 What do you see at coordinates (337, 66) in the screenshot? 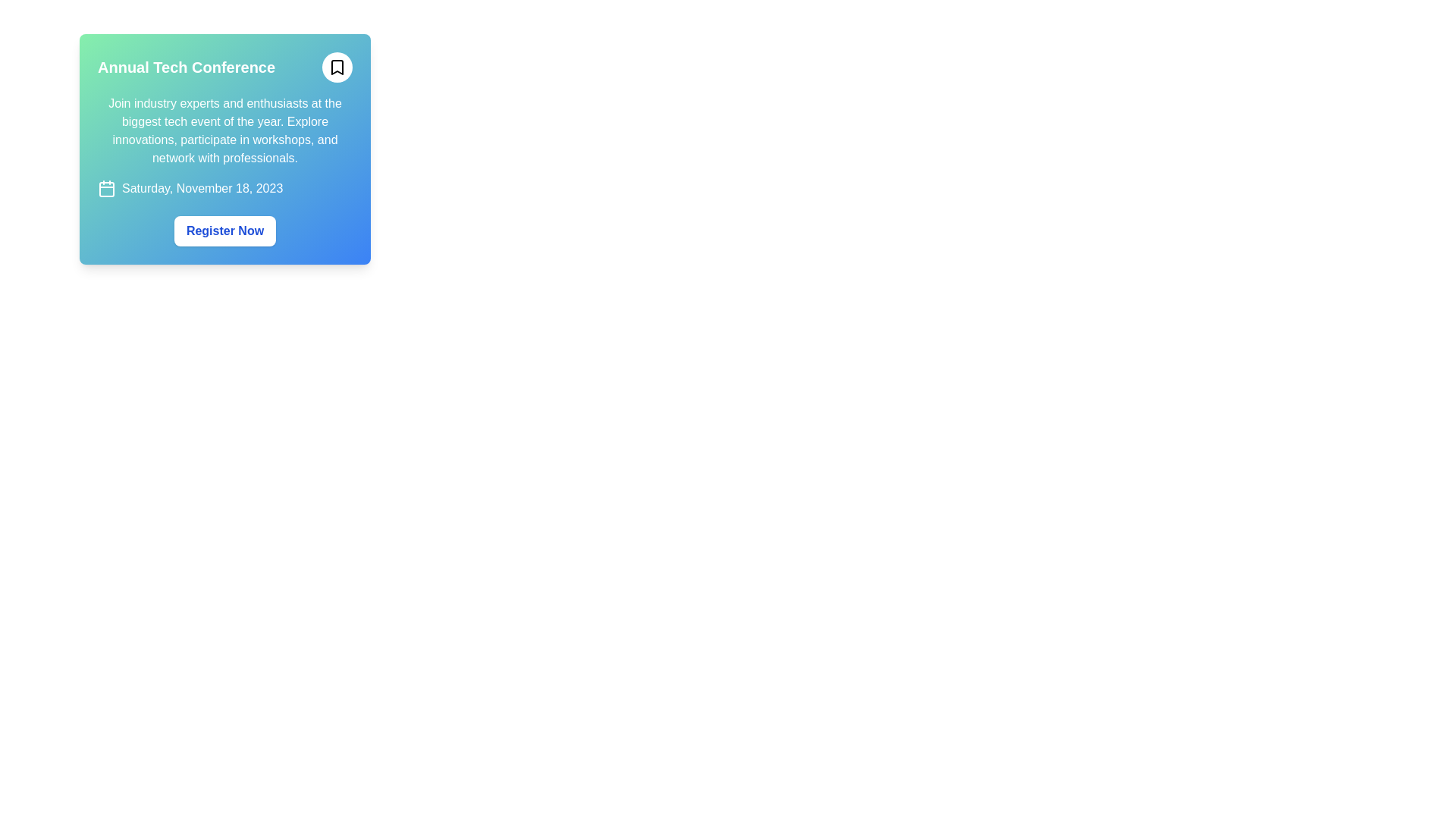
I see `the circular button with a white background and black bookmark icon located at the top-right corner of the 'Annual Tech Conference' section` at bounding box center [337, 66].